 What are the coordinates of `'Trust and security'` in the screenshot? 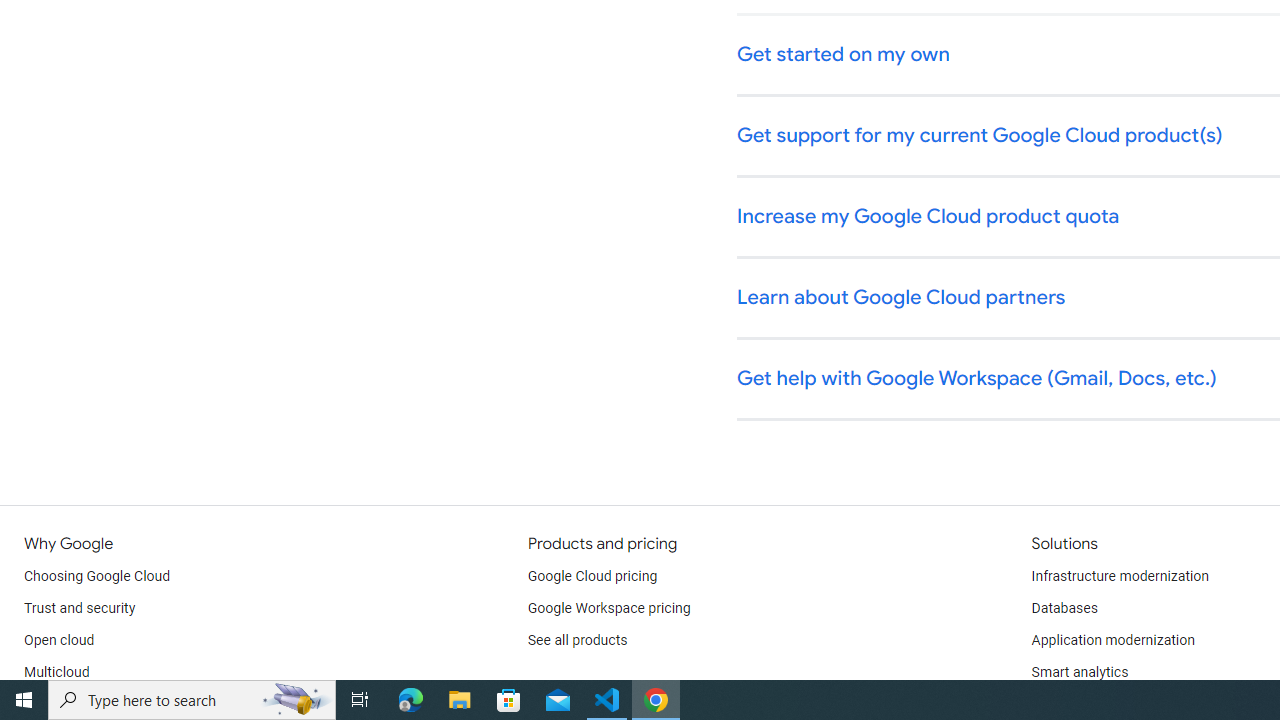 It's located at (80, 608).